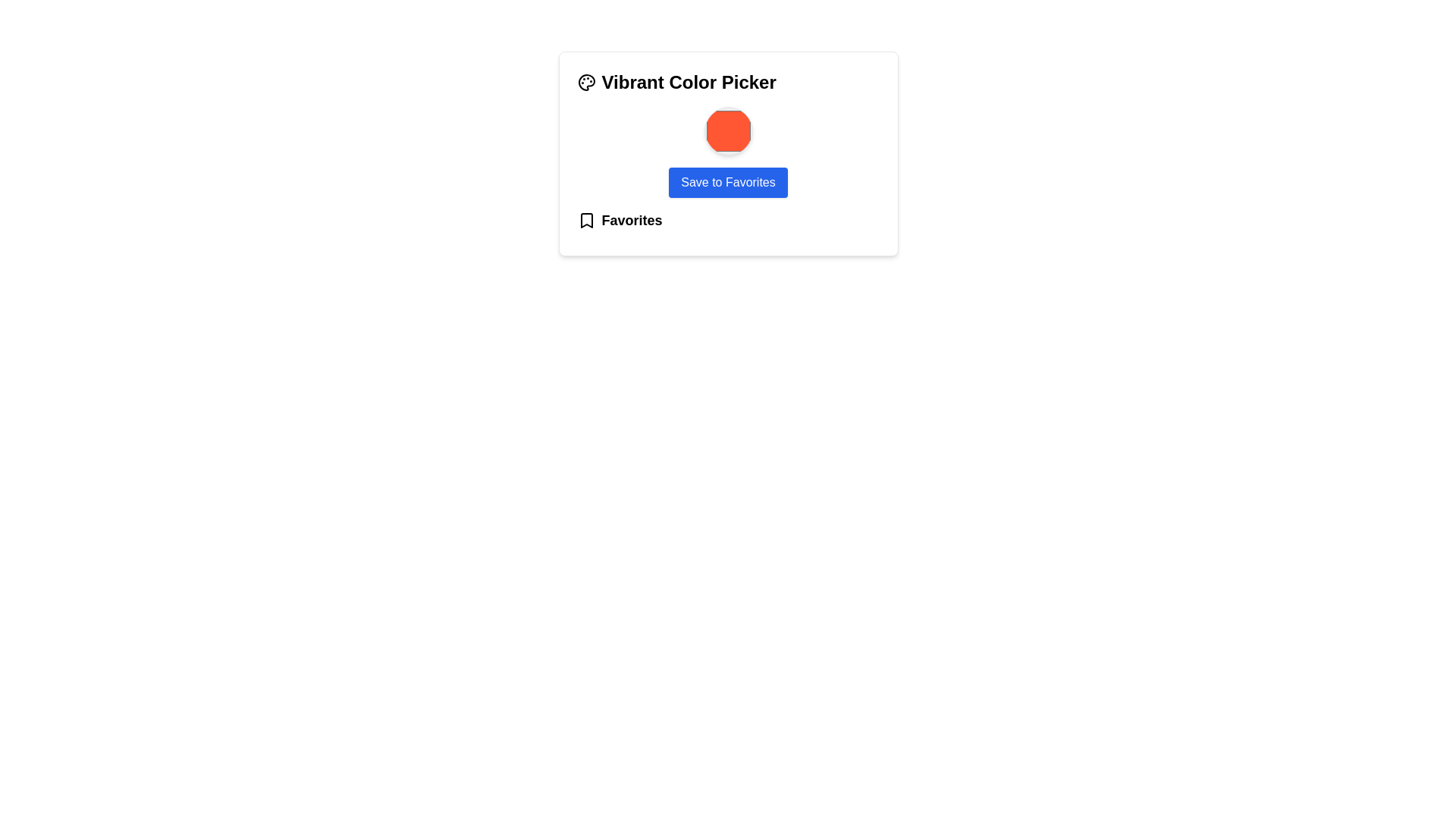 The width and height of the screenshot is (1456, 819). I want to click on the 'Save to Favorites' button, which is a rectangular button with rounded corners, deep blue background, and white text, to observe the visual feedback effect, so click(728, 181).